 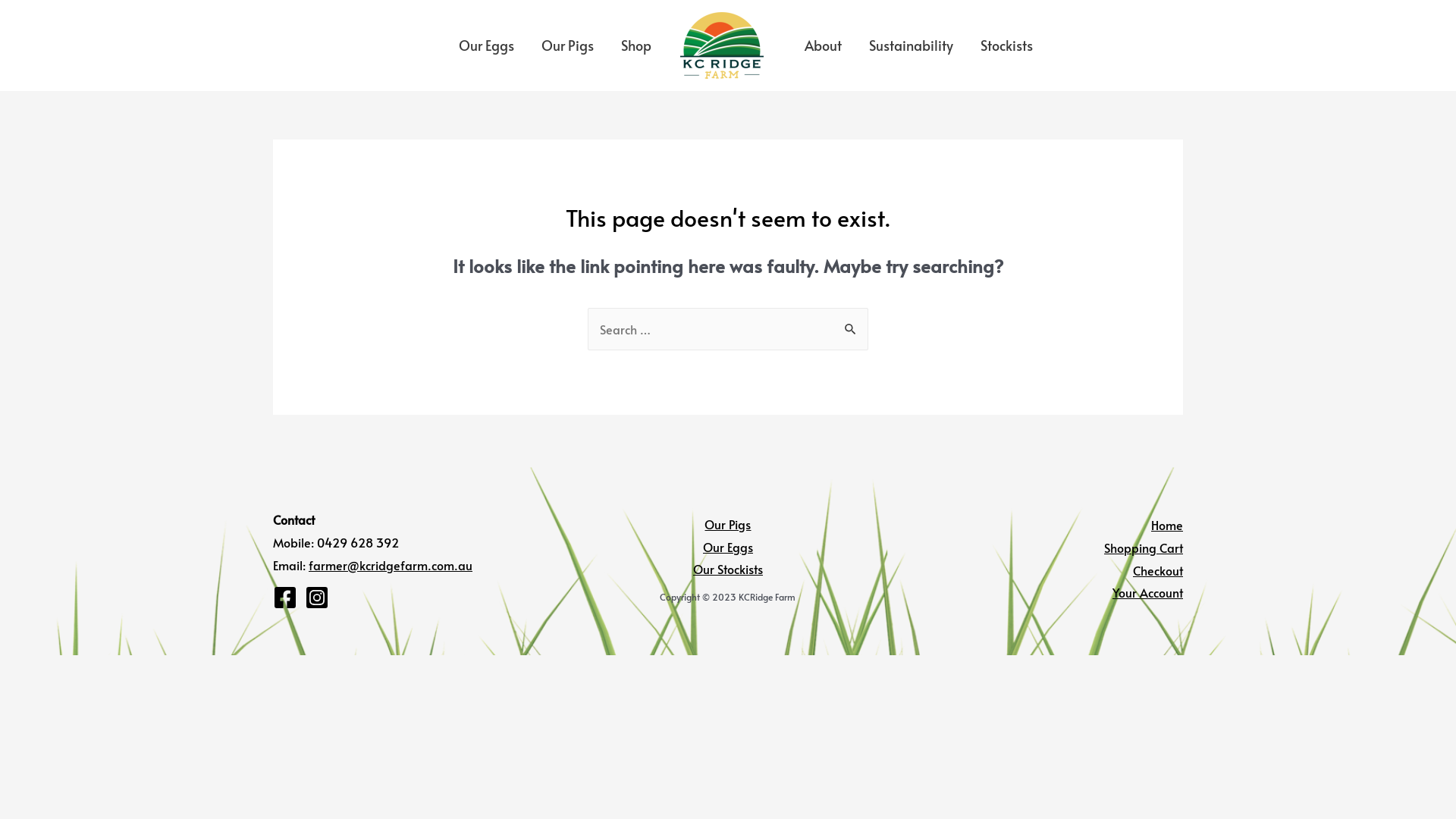 What do you see at coordinates (1143, 547) in the screenshot?
I see `'Shopping Cart'` at bounding box center [1143, 547].